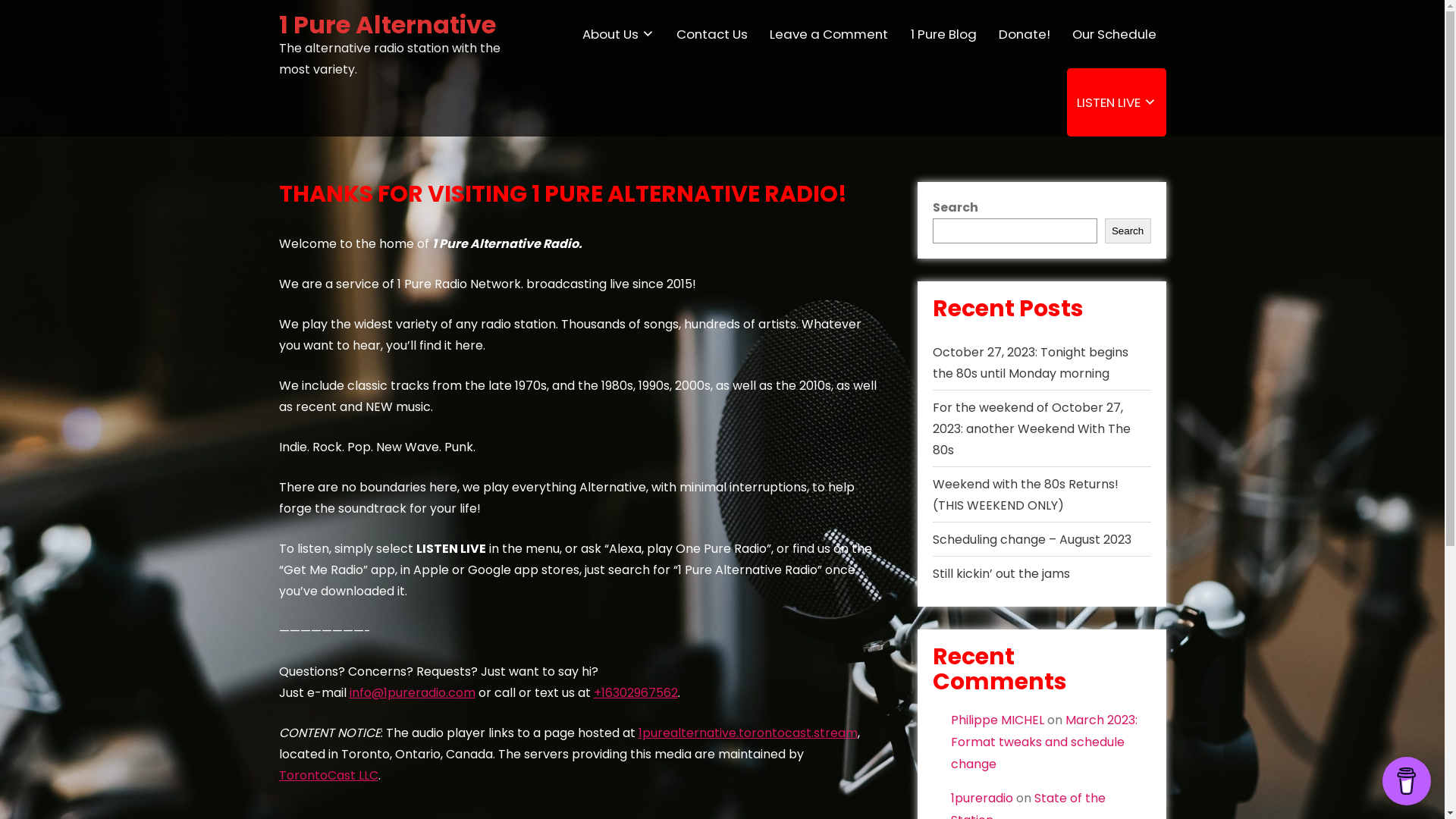  I want to click on '1pureradio', so click(982, 797).